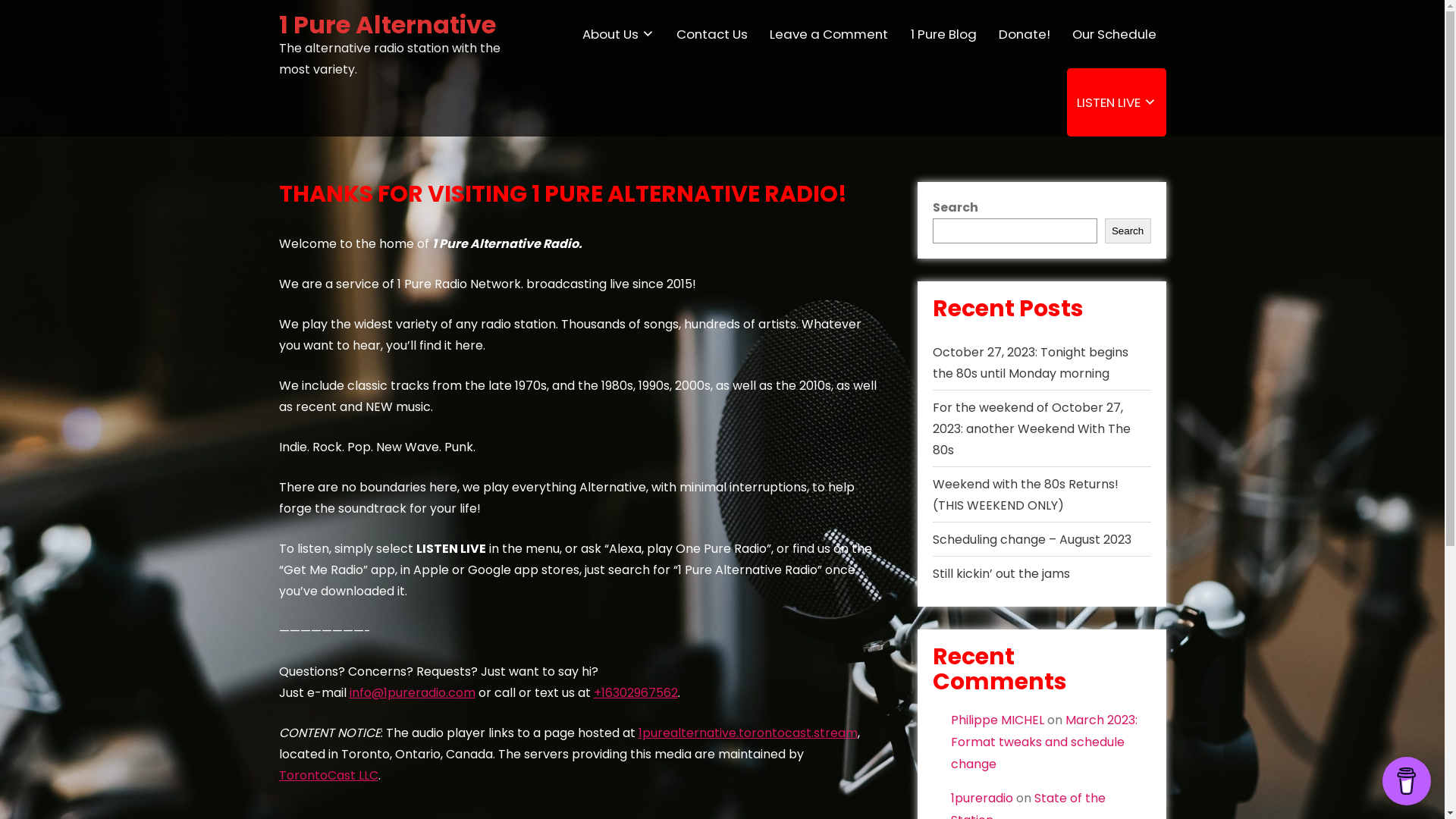  I want to click on '1pureradio', so click(982, 797).